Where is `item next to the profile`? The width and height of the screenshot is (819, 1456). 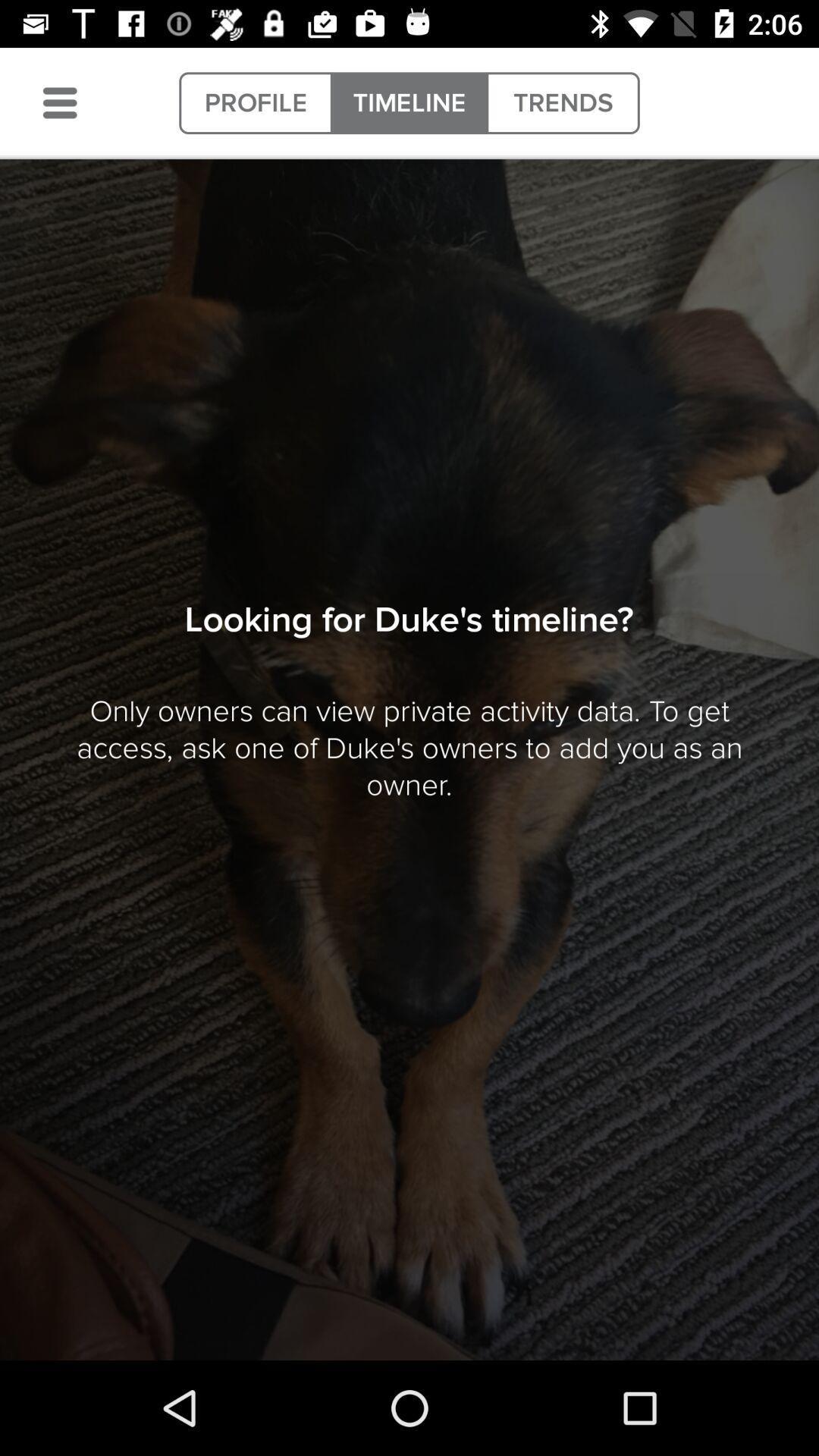 item next to the profile is located at coordinates (59, 102).